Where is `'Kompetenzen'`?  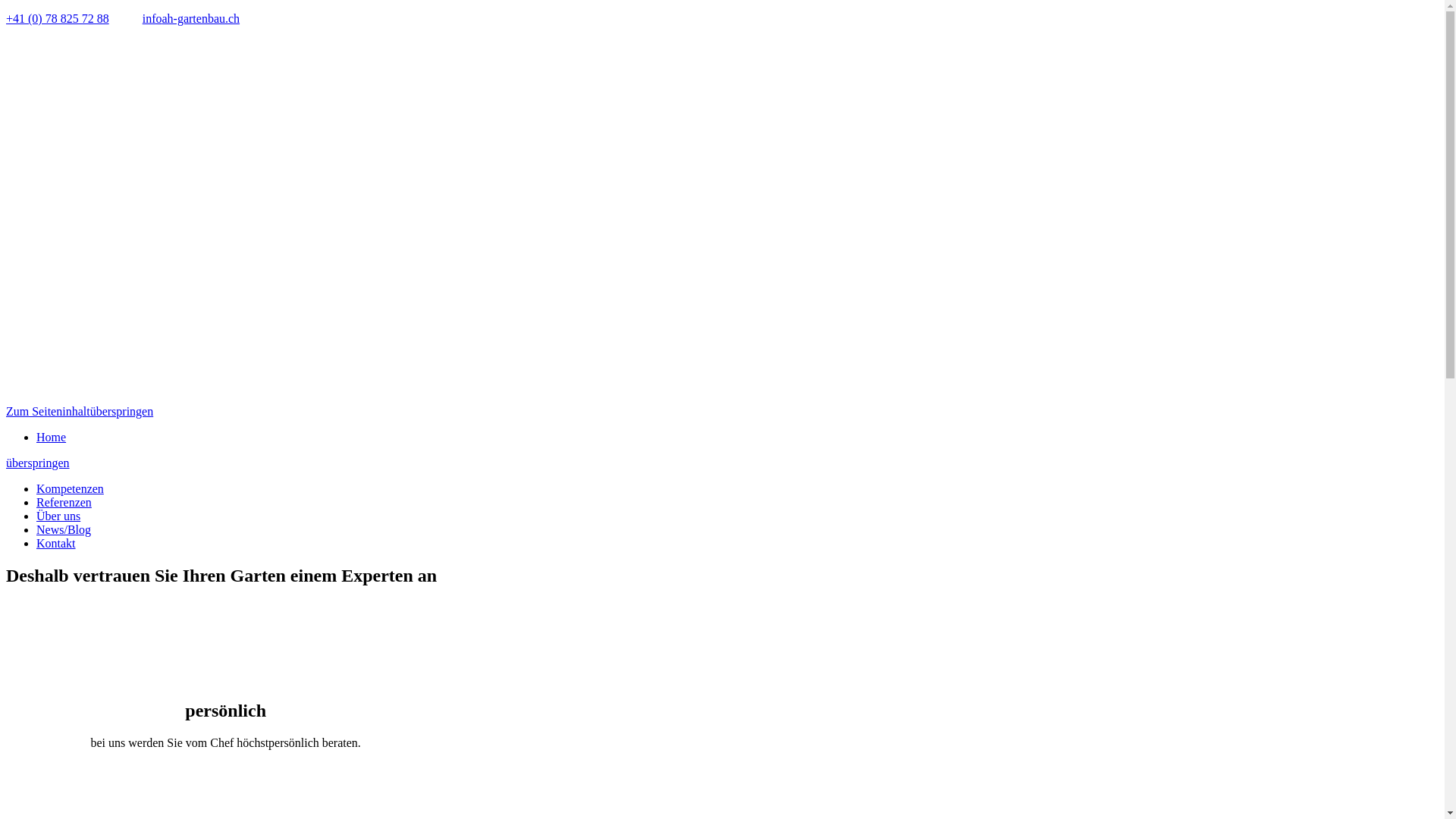
'Kompetenzen' is located at coordinates (69, 488).